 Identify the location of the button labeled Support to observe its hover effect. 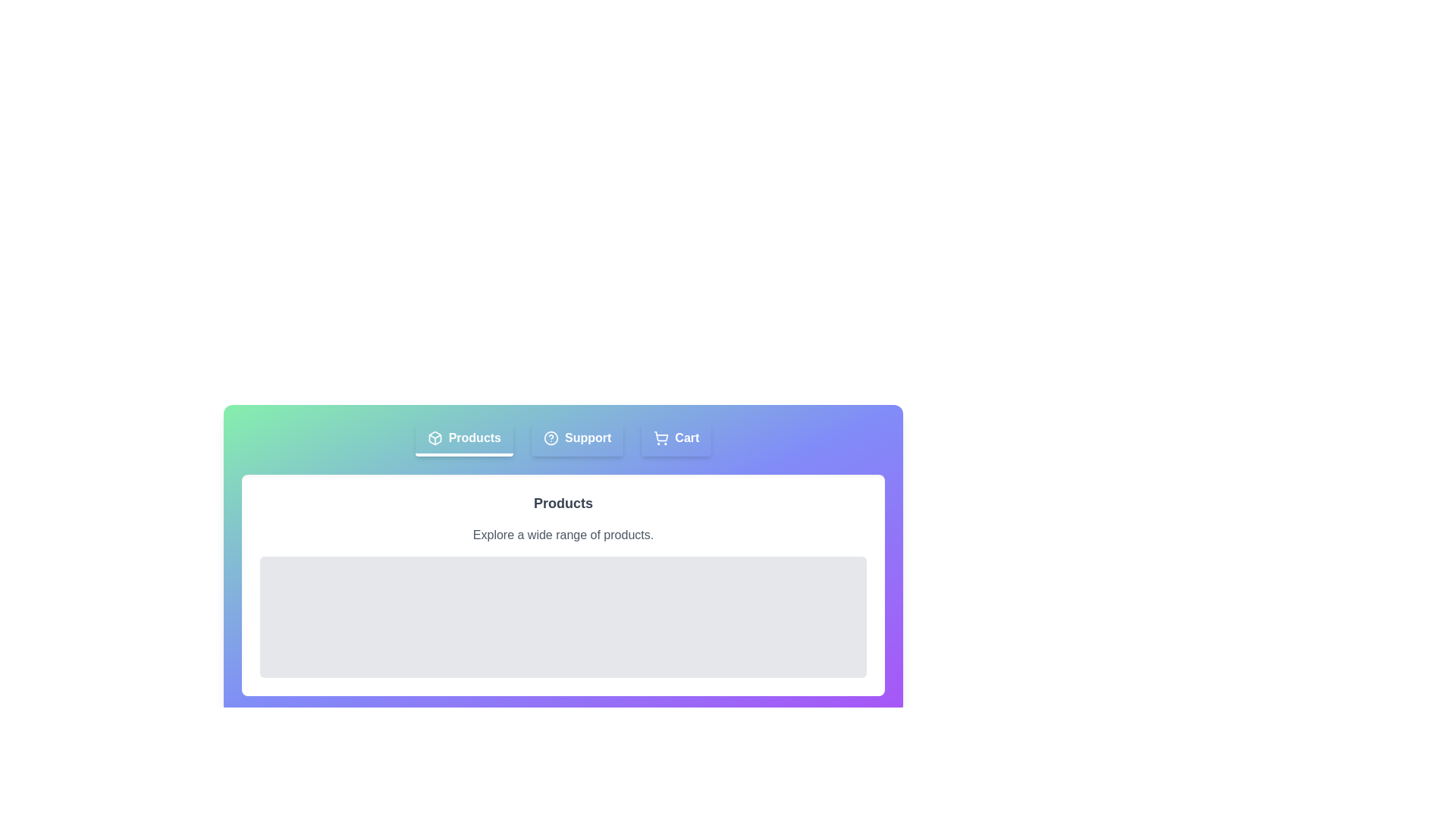
(577, 439).